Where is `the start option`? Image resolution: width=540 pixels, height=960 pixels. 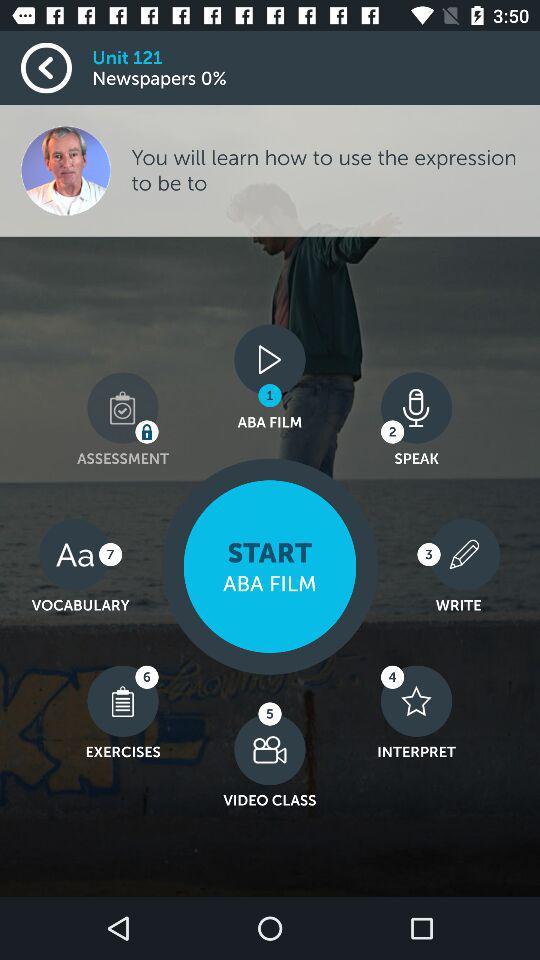
the start option is located at coordinates (270, 566).